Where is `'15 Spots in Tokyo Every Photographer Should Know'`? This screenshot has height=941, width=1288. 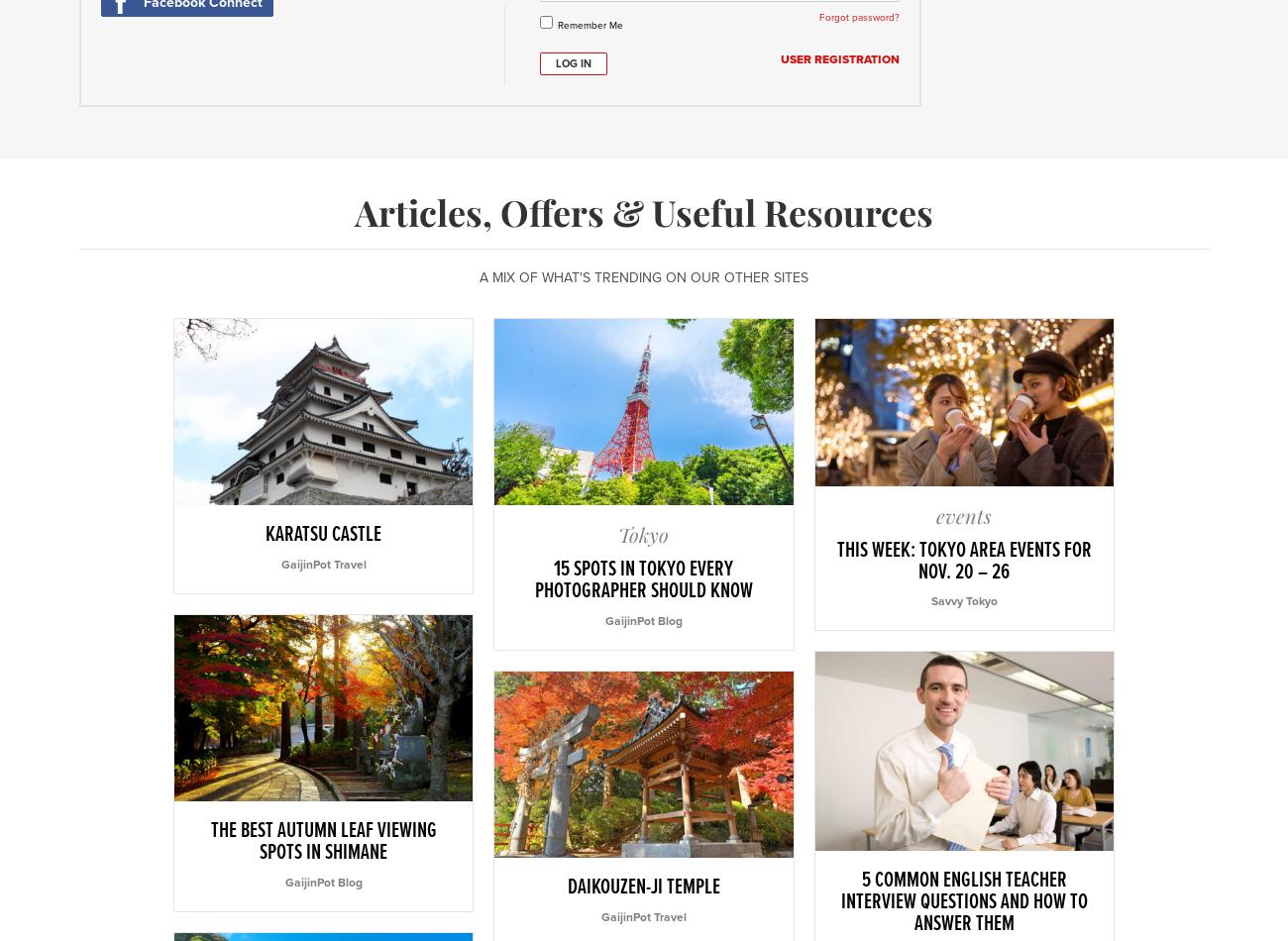
'15 Spots in Tokyo Every Photographer Should Know' is located at coordinates (642, 580).